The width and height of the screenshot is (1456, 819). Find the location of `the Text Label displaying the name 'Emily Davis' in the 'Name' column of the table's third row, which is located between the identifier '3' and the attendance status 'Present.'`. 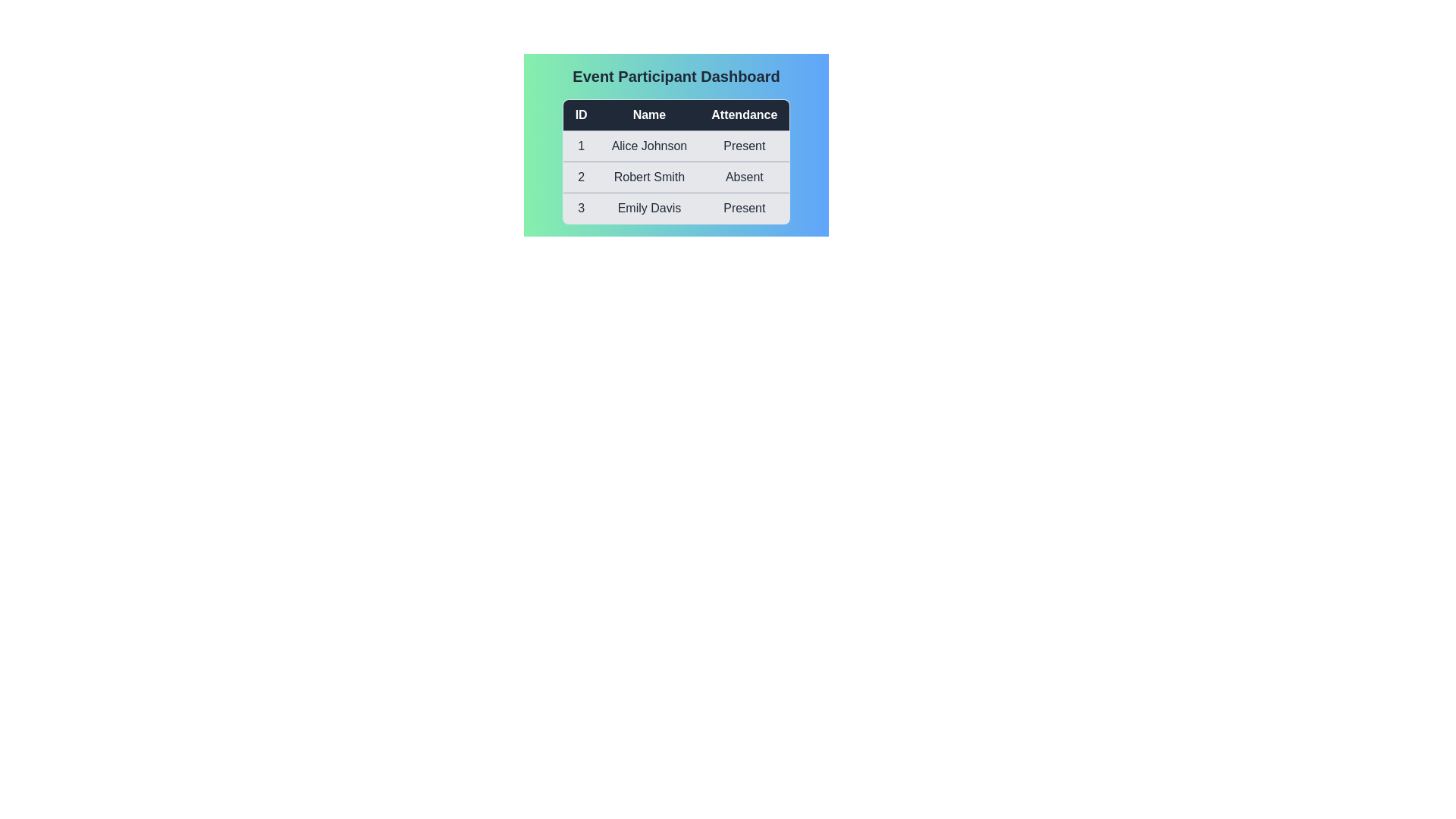

the Text Label displaying the name 'Emily Davis' in the 'Name' column of the table's third row, which is located between the identifier '3' and the attendance status 'Present.' is located at coordinates (649, 208).